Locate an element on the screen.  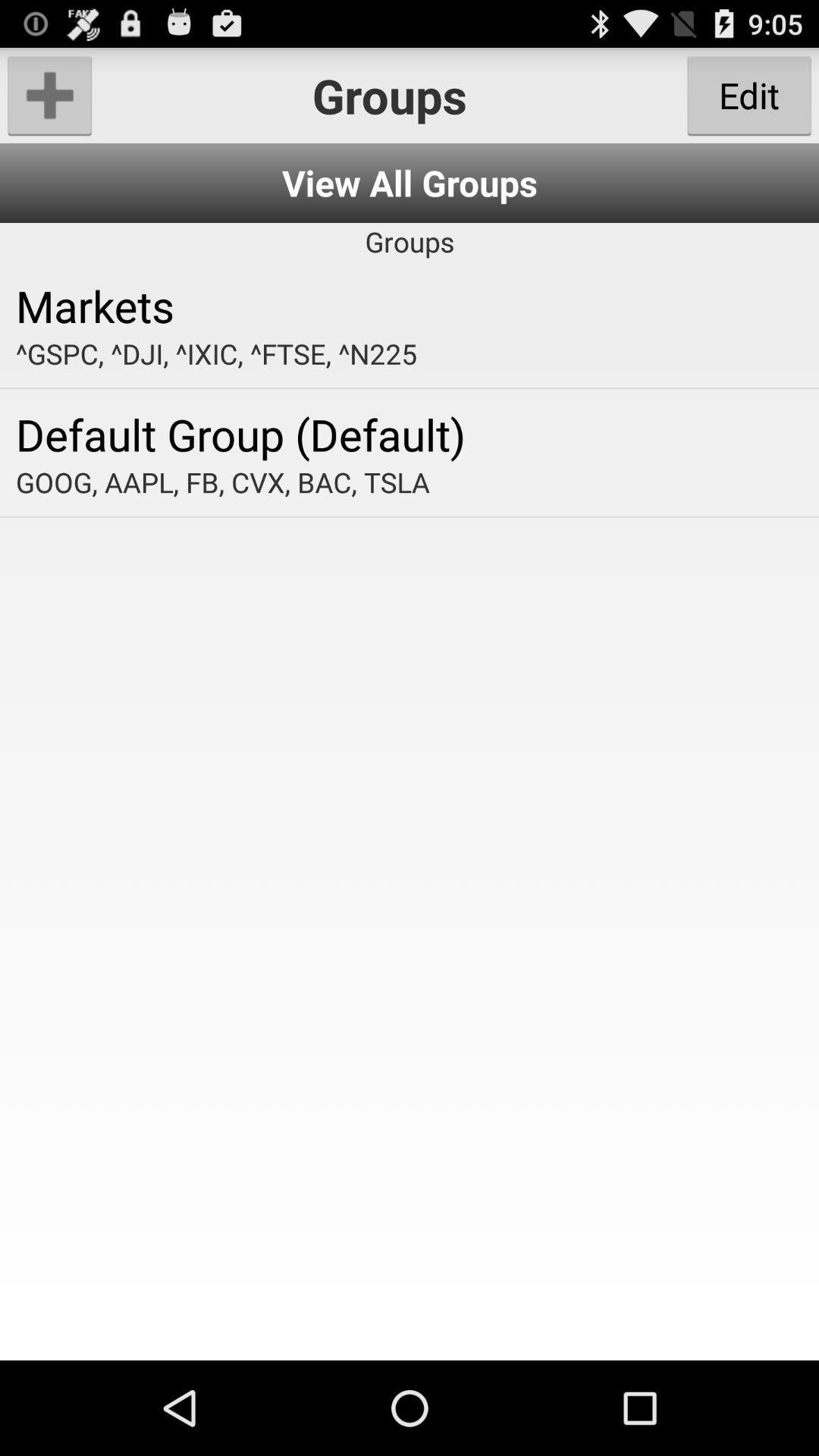
the app above the groups is located at coordinates (409, 182).